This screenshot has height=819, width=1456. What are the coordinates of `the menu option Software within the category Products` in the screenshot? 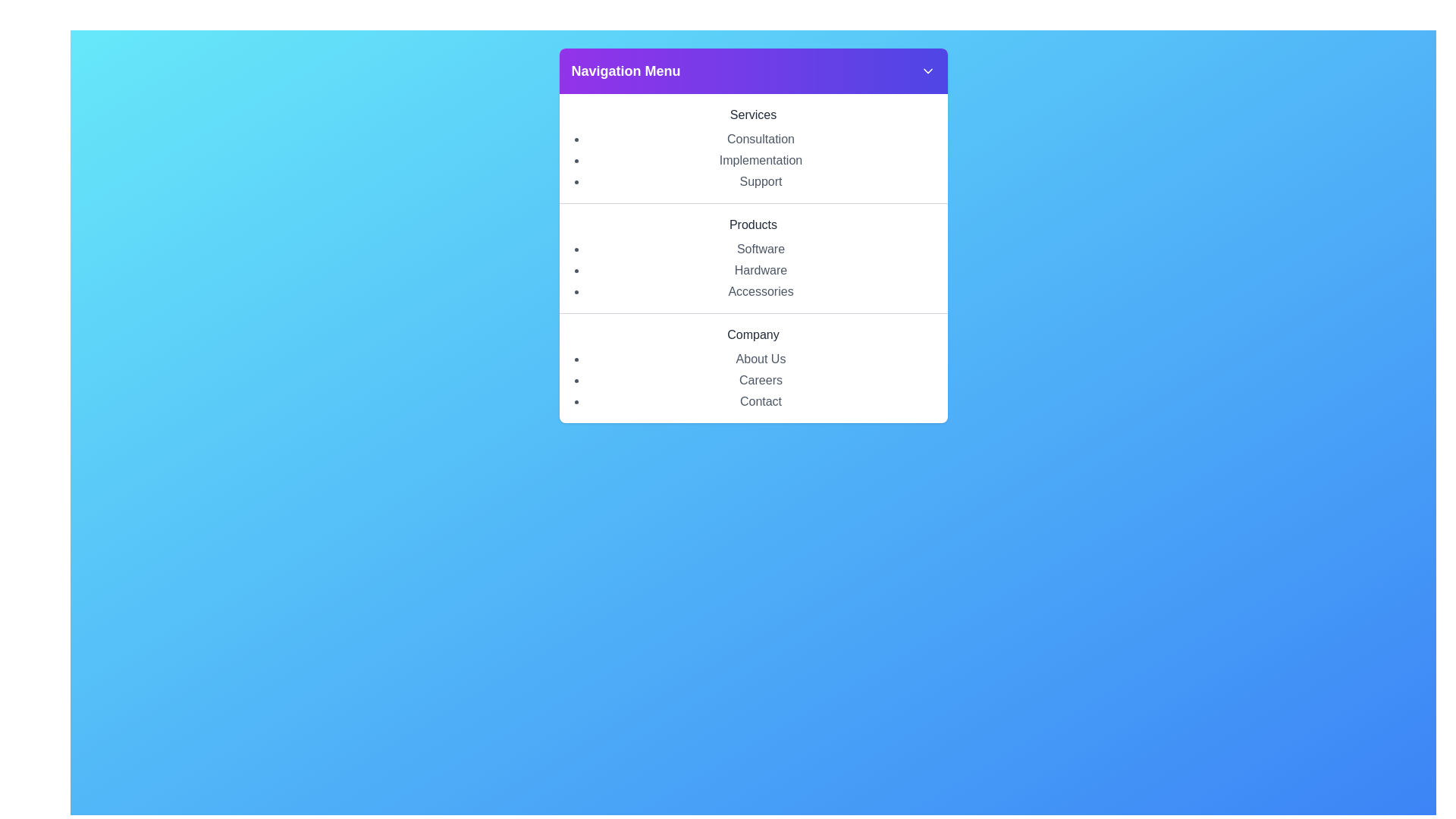 It's located at (761, 248).